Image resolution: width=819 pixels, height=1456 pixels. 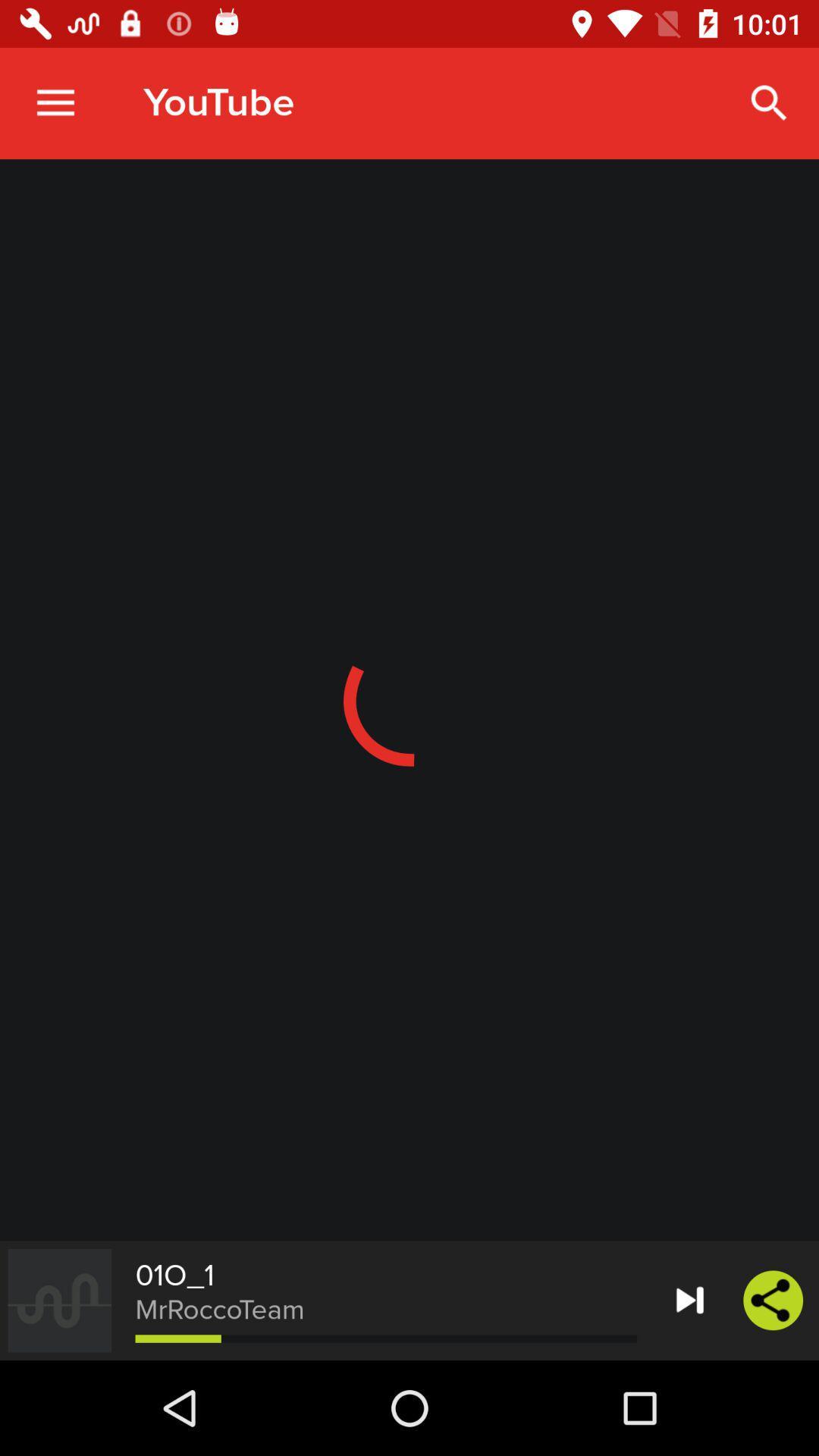 I want to click on item to the left of youtube, so click(x=55, y=102).